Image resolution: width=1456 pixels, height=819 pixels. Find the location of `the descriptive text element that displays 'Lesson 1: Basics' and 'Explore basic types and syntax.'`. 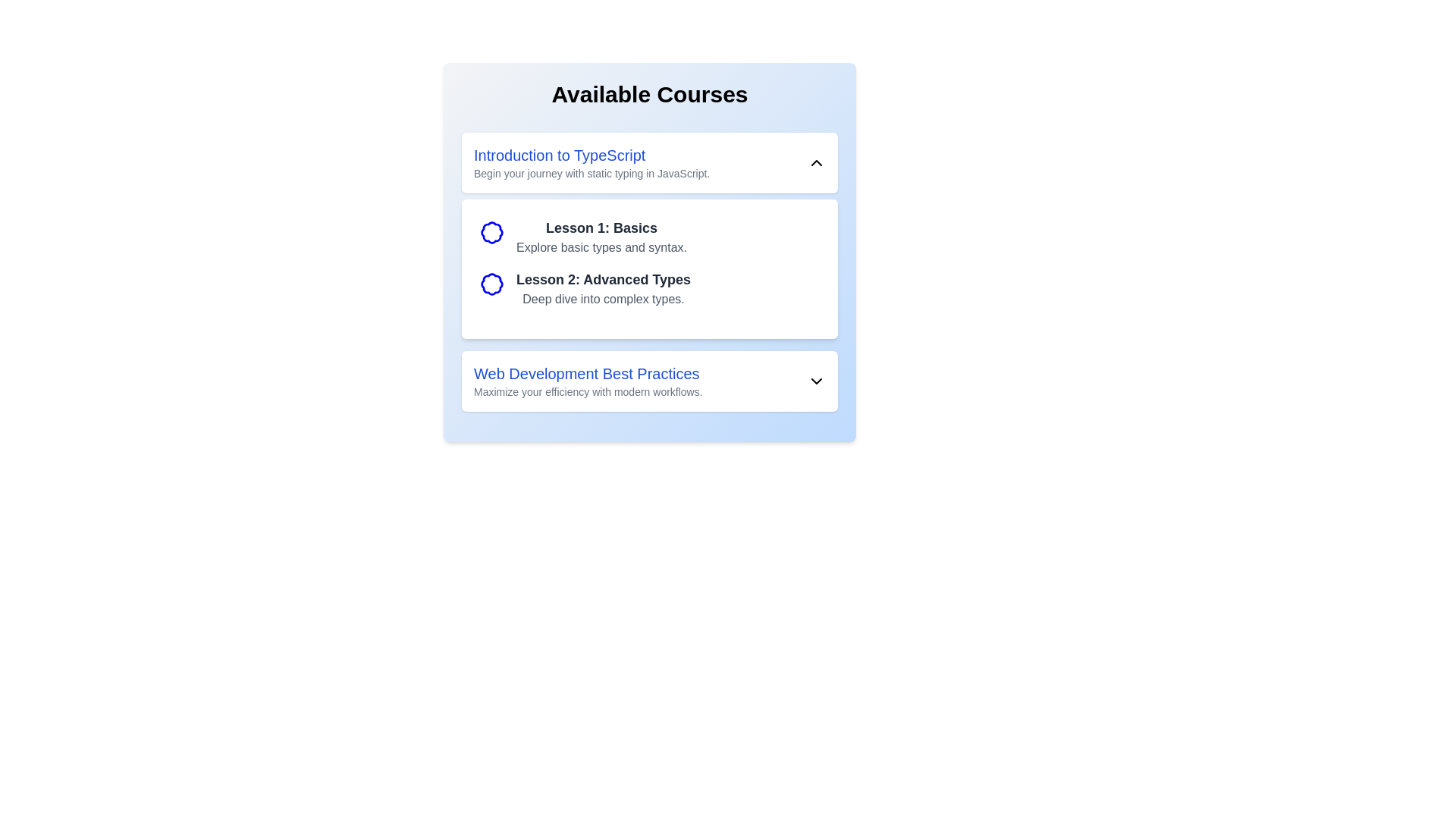

the descriptive text element that displays 'Lesson 1: Basics' and 'Explore basic types and syntax.' is located at coordinates (601, 237).